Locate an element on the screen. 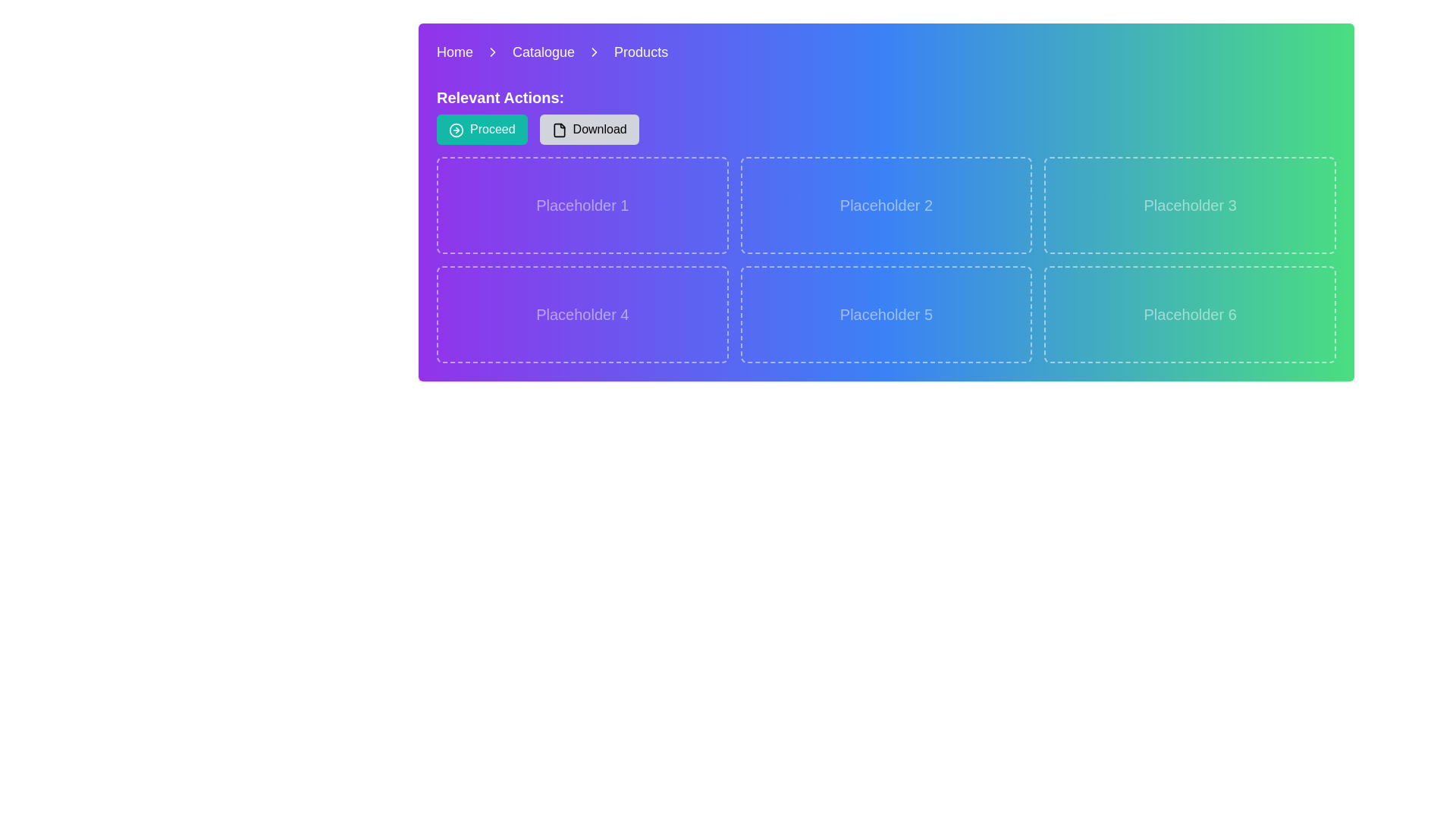 The height and width of the screenshot is (819, 1456). the Placeholder box with a gradient background transitioning from purple to blue, featuring centered text 'Placeholder 4' in white font, located in the grid layout below 'Placeholder 1' is located at coordinates (582, 314).